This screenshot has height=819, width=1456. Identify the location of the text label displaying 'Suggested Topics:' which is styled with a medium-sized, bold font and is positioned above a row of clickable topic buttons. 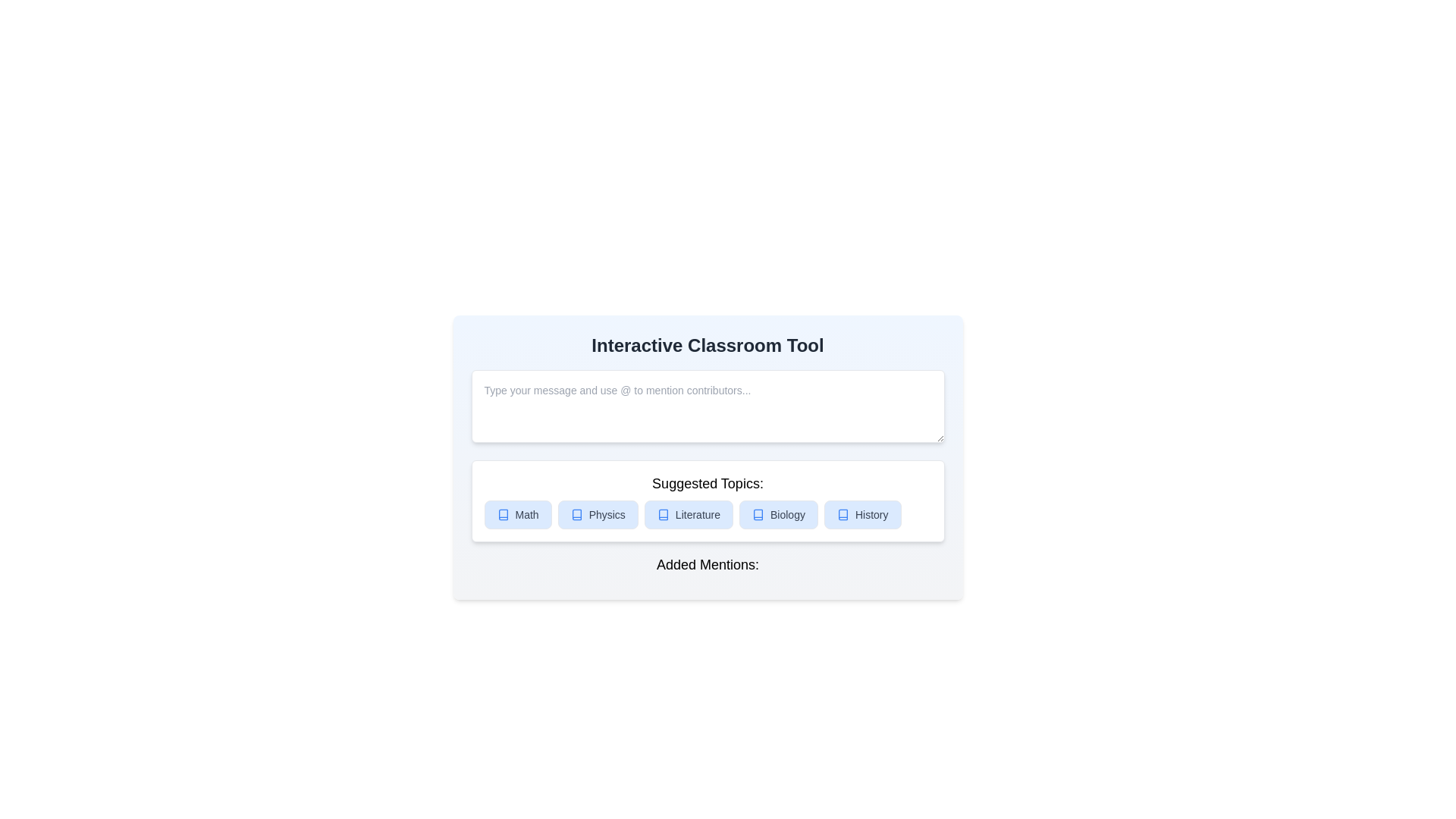
(707, 483).